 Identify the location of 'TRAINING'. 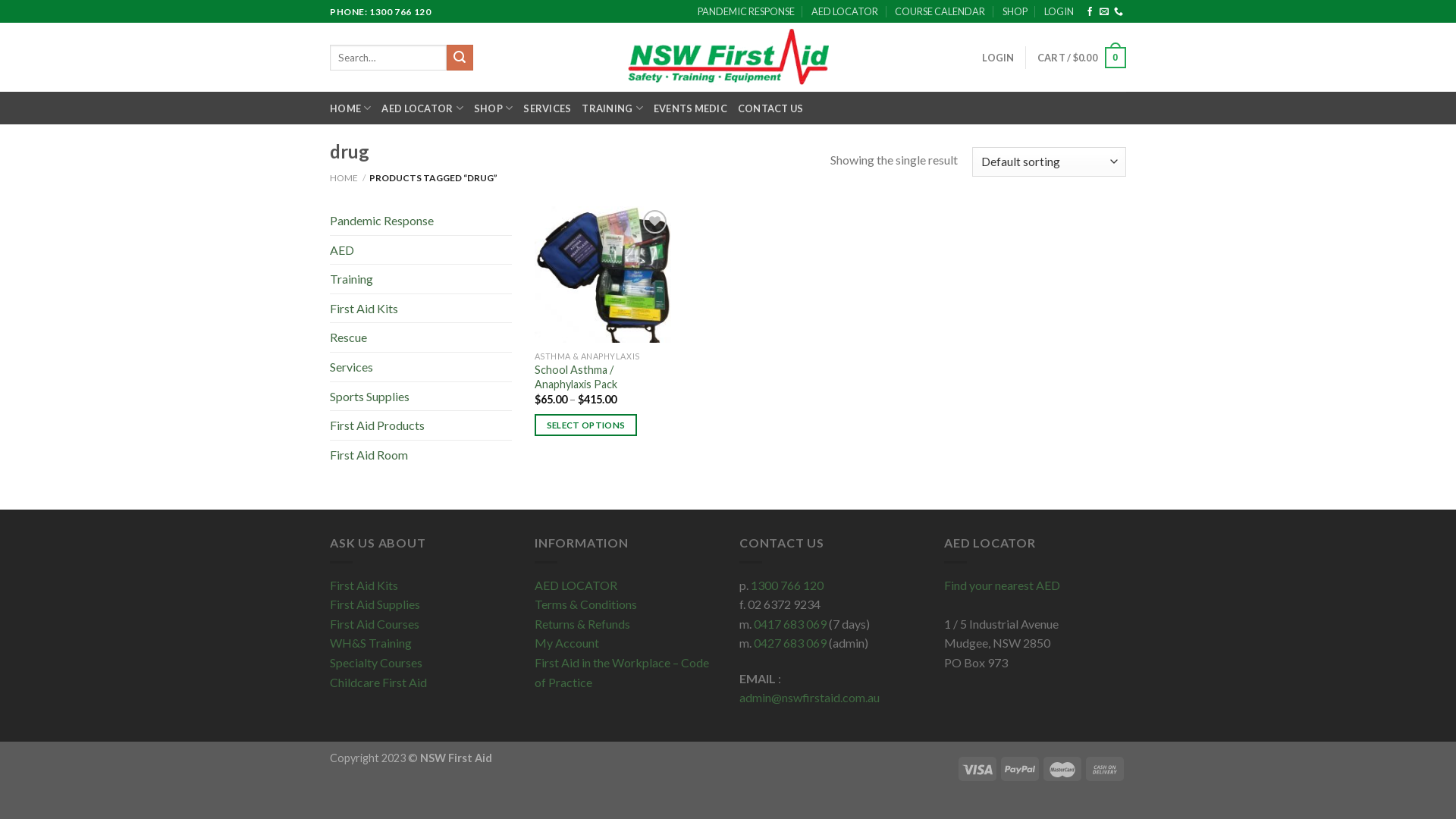
(581, 107).